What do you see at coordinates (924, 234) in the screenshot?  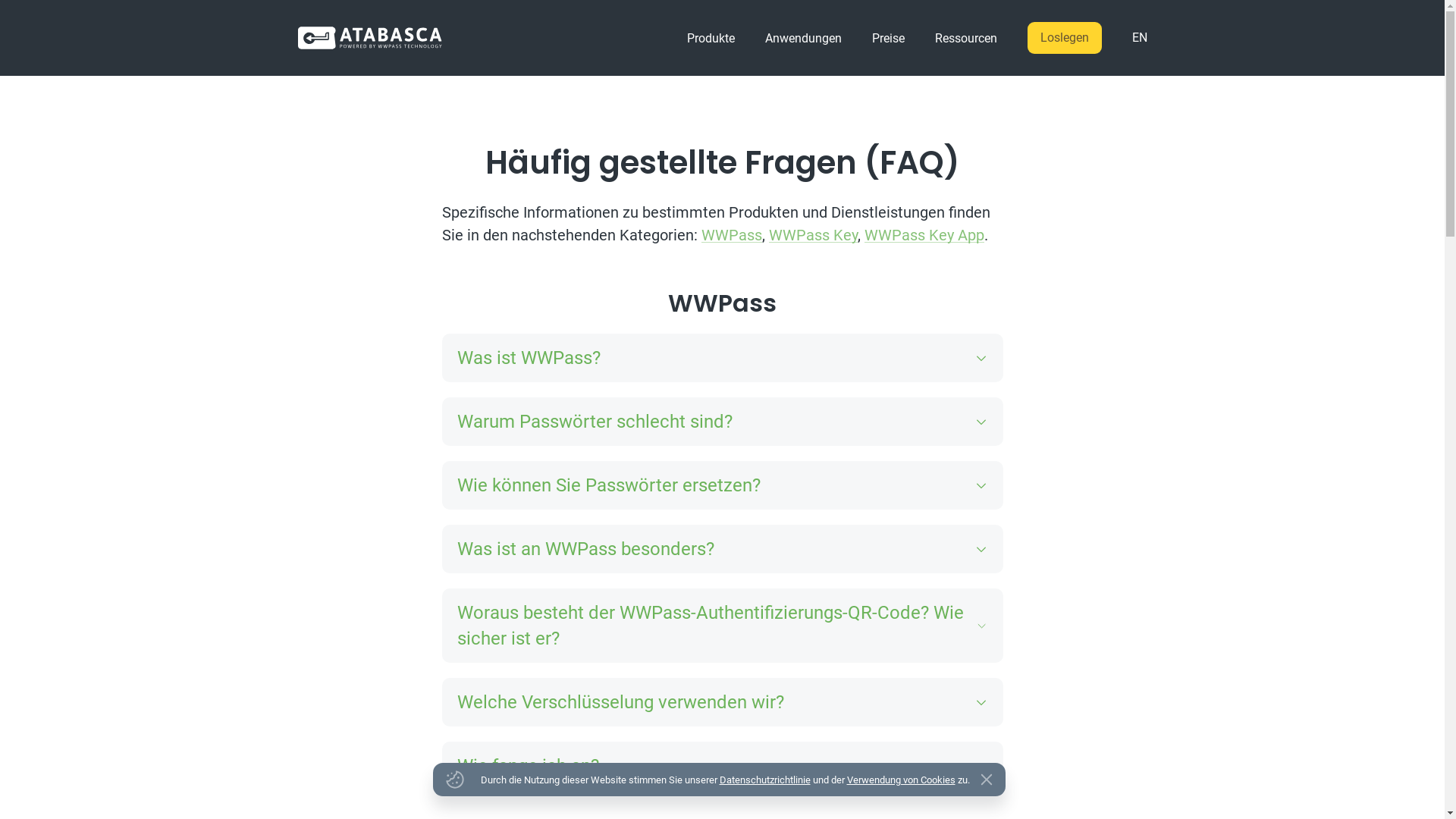 I see `'WWPass Key App'` at bounding box center [924, 234].